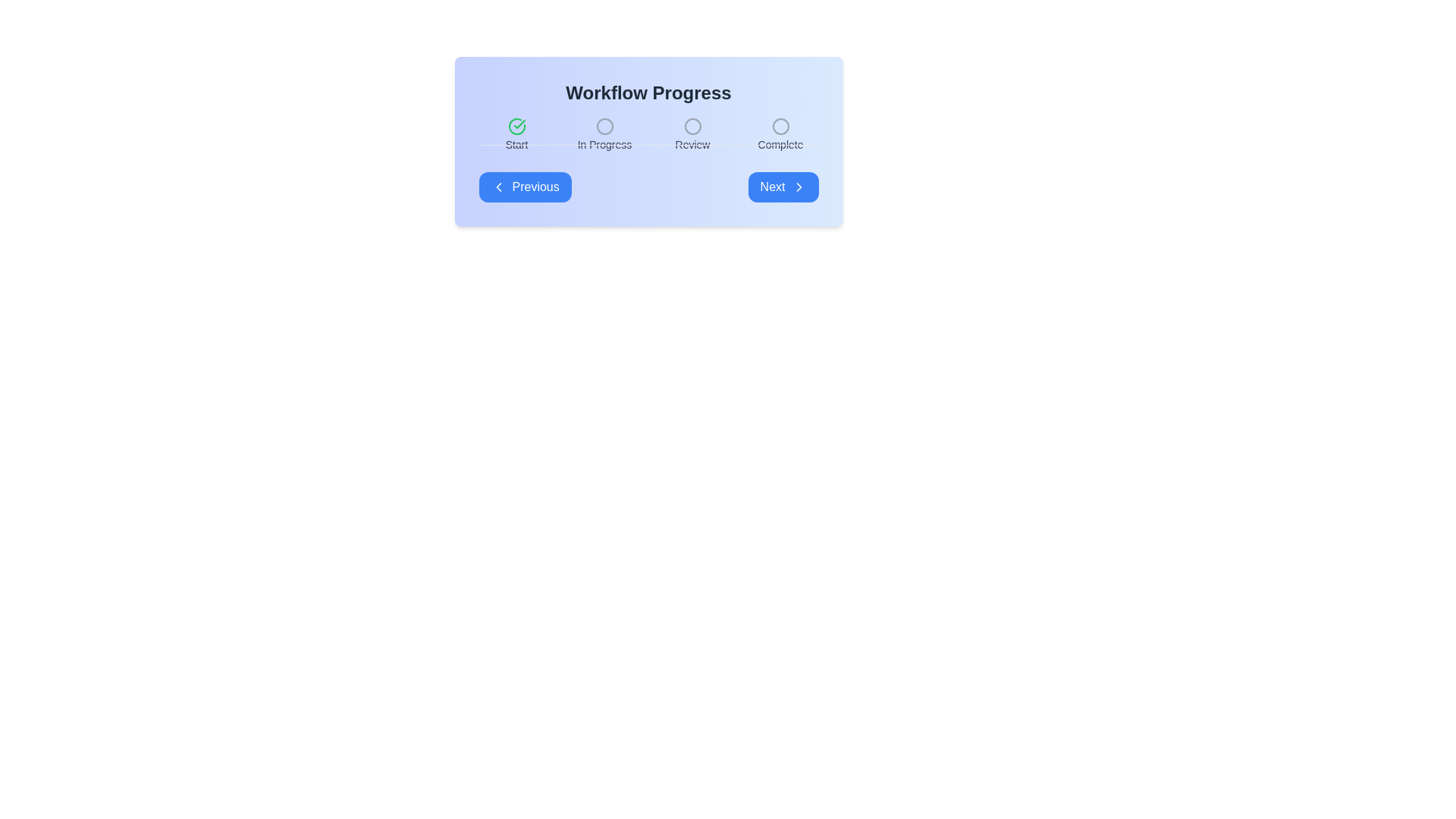 Image resolution: width=1456 pixels, height=819 pixels. What do you see at coordinates (604, 145) in the screenshot?
I see `text label indicating the 'In Progress' step of the workflow, located under the second circular icon in the progress bar` at bounding box center [604, 145].